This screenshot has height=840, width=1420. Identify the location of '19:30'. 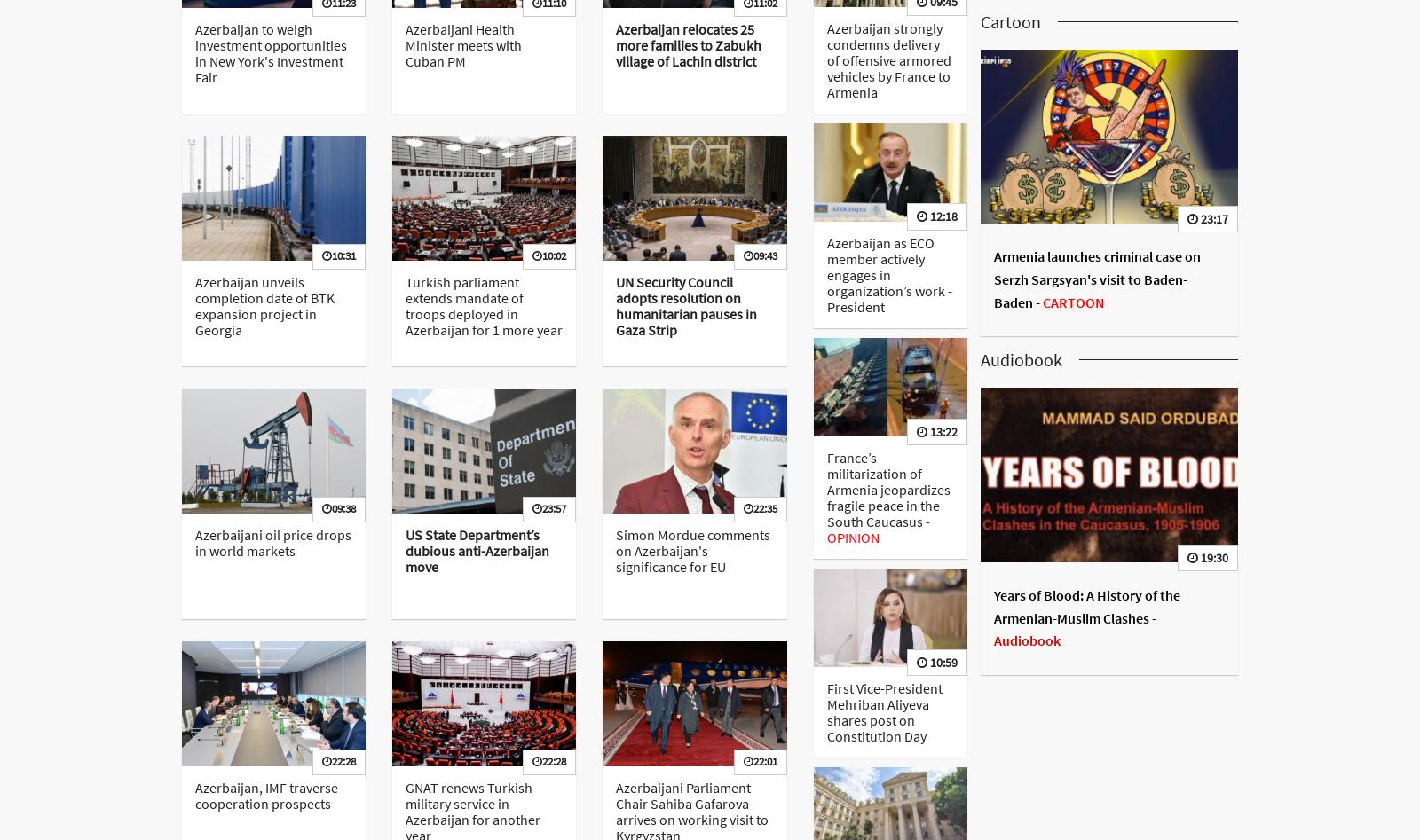
(1211, 556).